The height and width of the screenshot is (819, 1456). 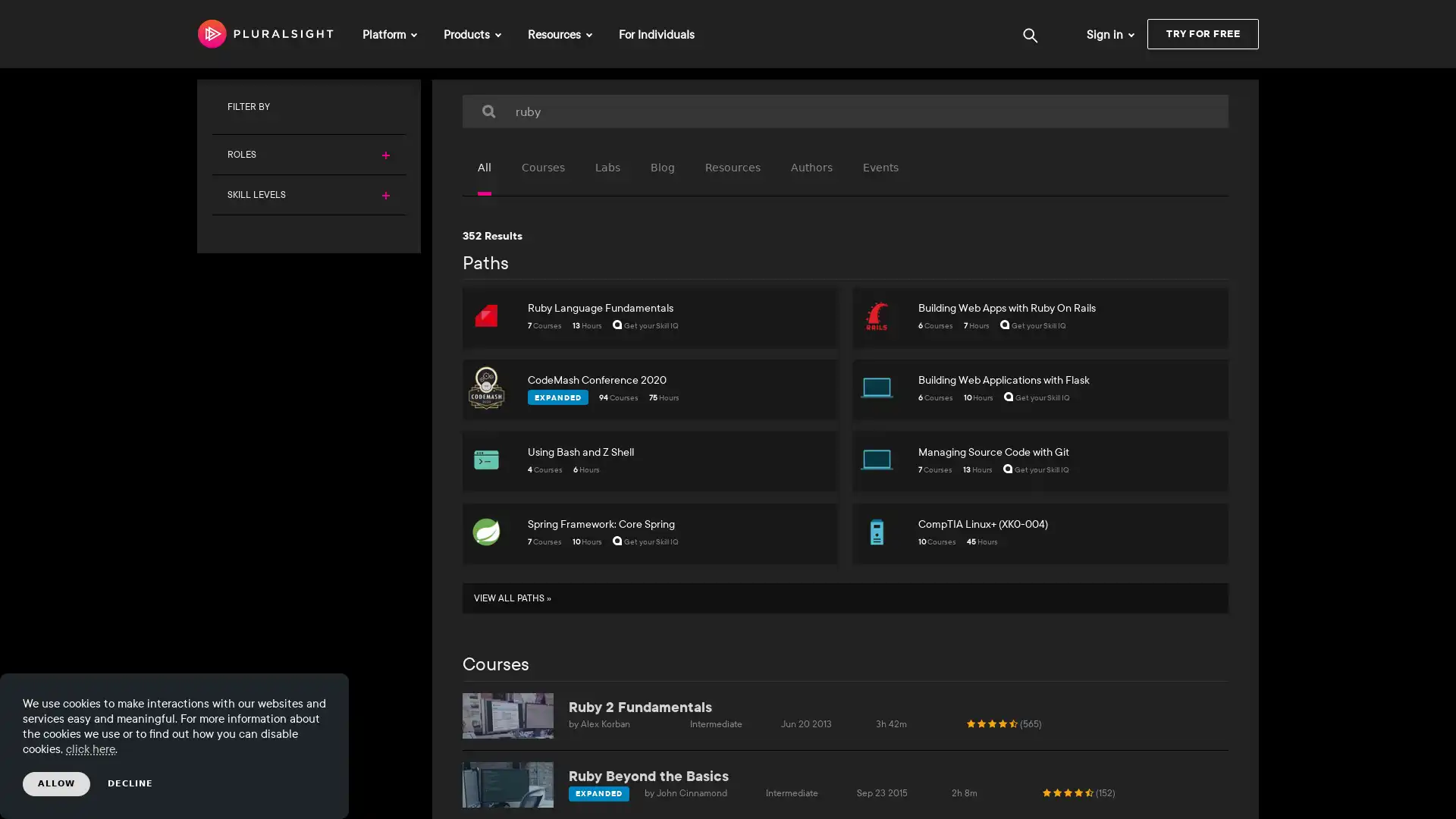 What do you see at coordinates (56, 783) in the screenshot?
I see `ALLOW` at bounding box center [56, 783].